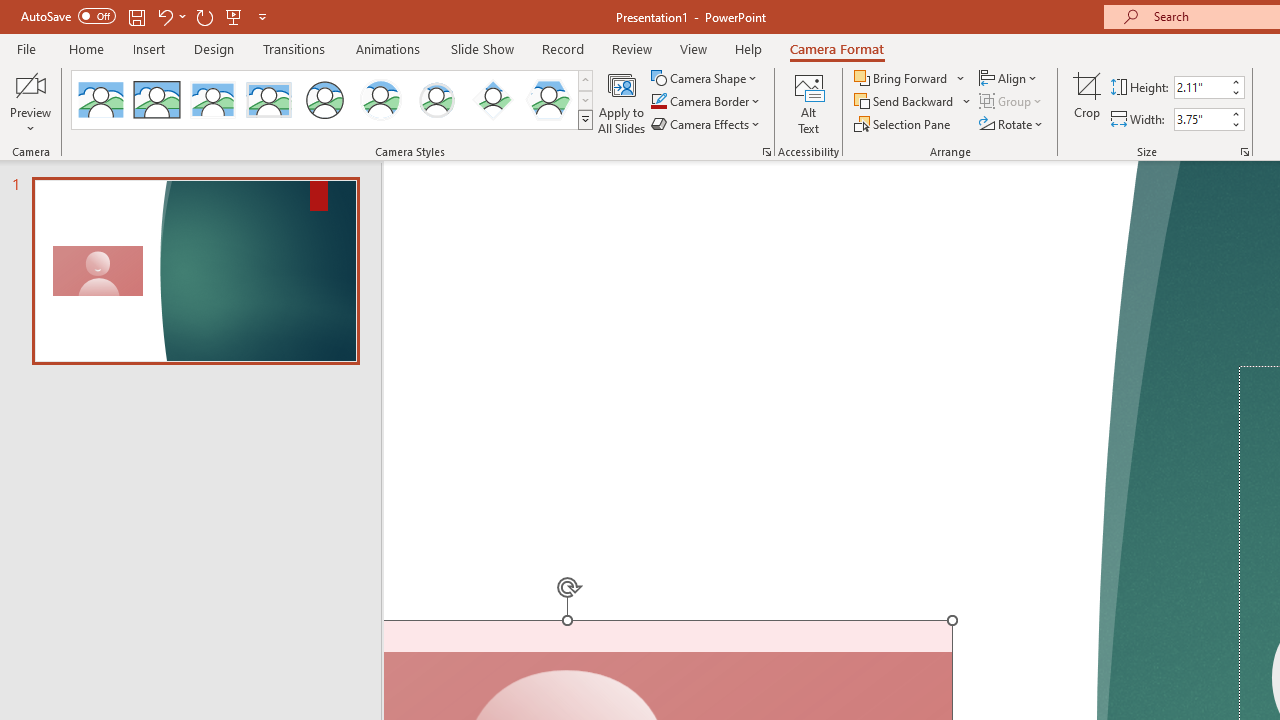  I want to click on 'No Style', so click(100, 100).